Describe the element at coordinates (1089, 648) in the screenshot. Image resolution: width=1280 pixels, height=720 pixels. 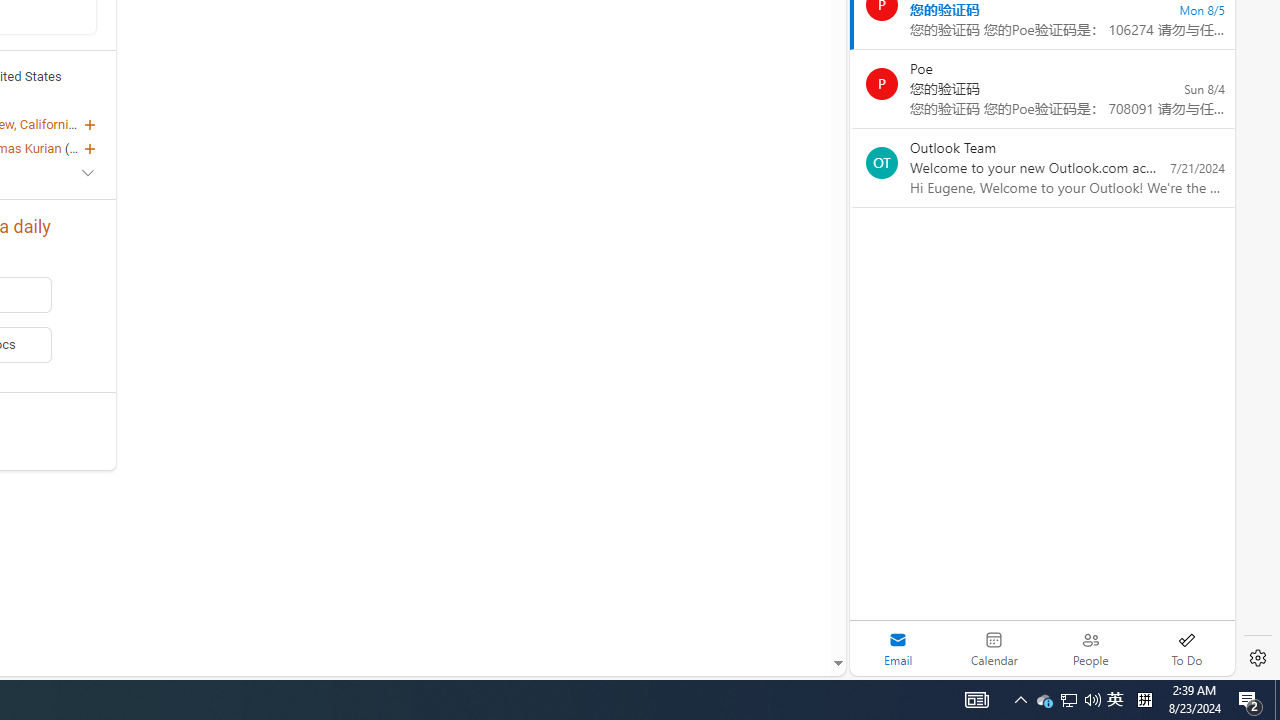
I see `'People'` at that location.